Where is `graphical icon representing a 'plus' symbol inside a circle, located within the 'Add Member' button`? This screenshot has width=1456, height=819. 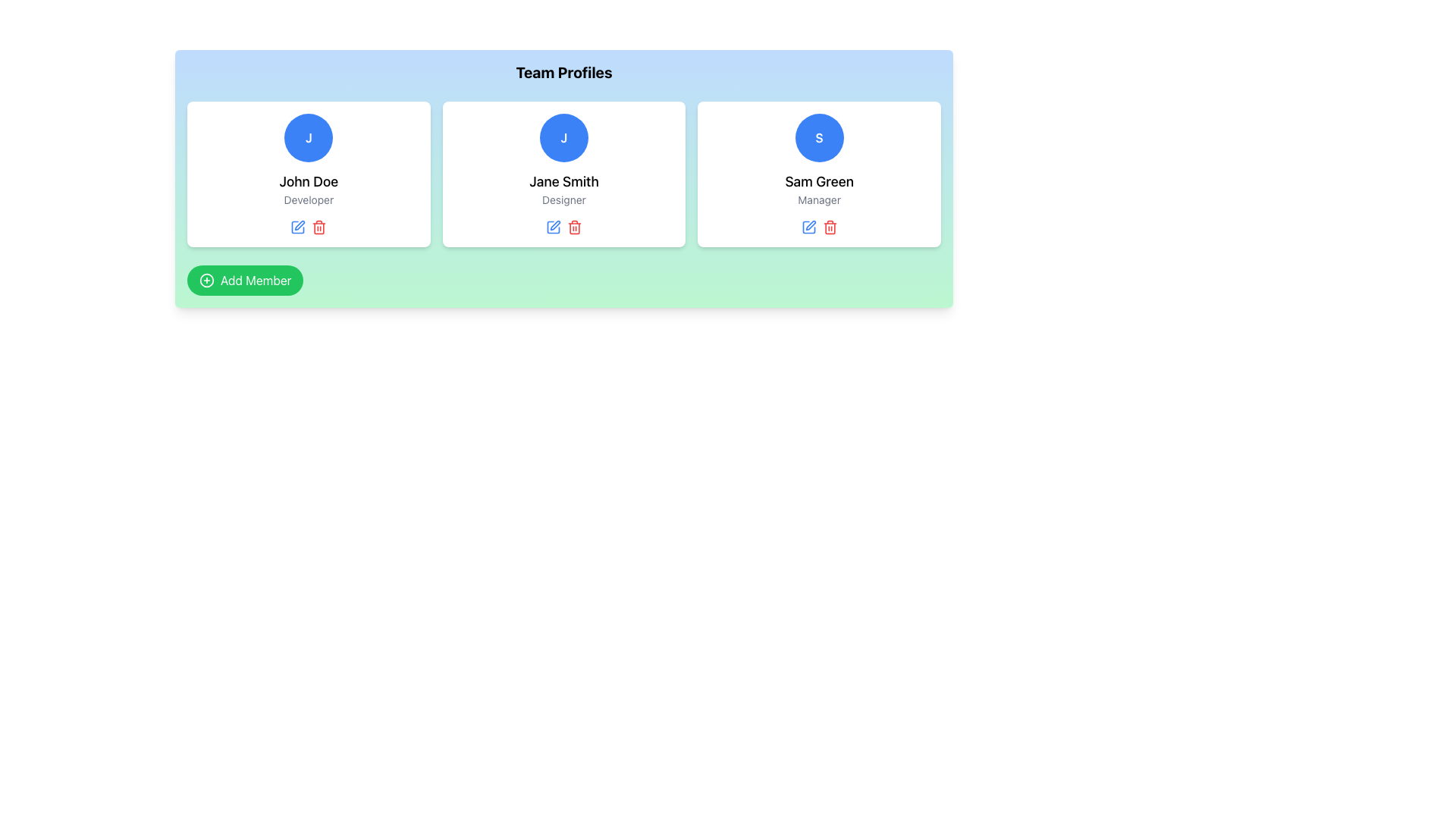 graphical icon representing a 'plus' symbol inside a circle, located within the 'Add Member' button is located at coordinates (206, 281).